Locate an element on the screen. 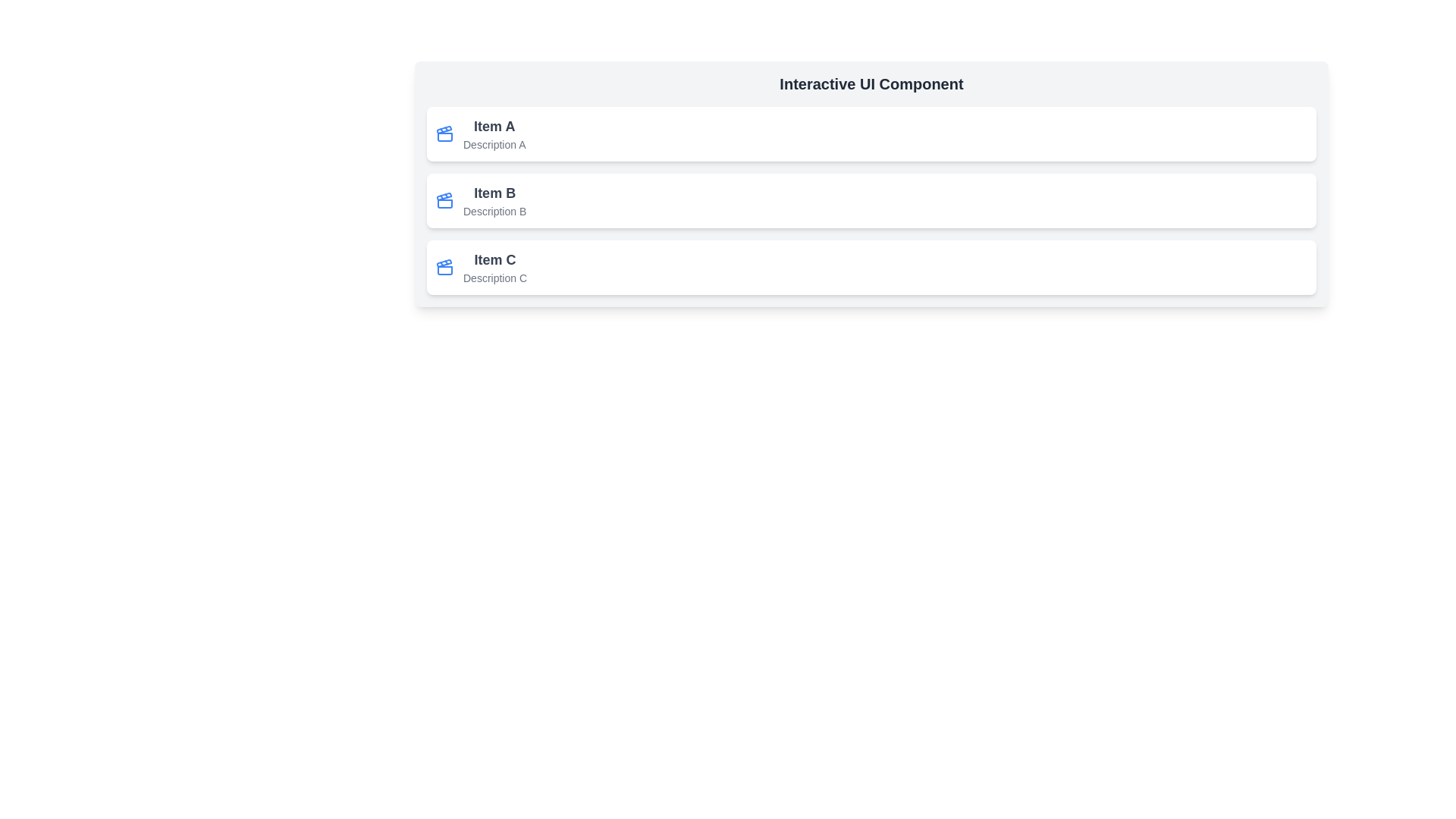  the text label reading 'Item C', which is styled with bold gray typography and serves as the primary heading for its section is located at coordinates (494, 259).